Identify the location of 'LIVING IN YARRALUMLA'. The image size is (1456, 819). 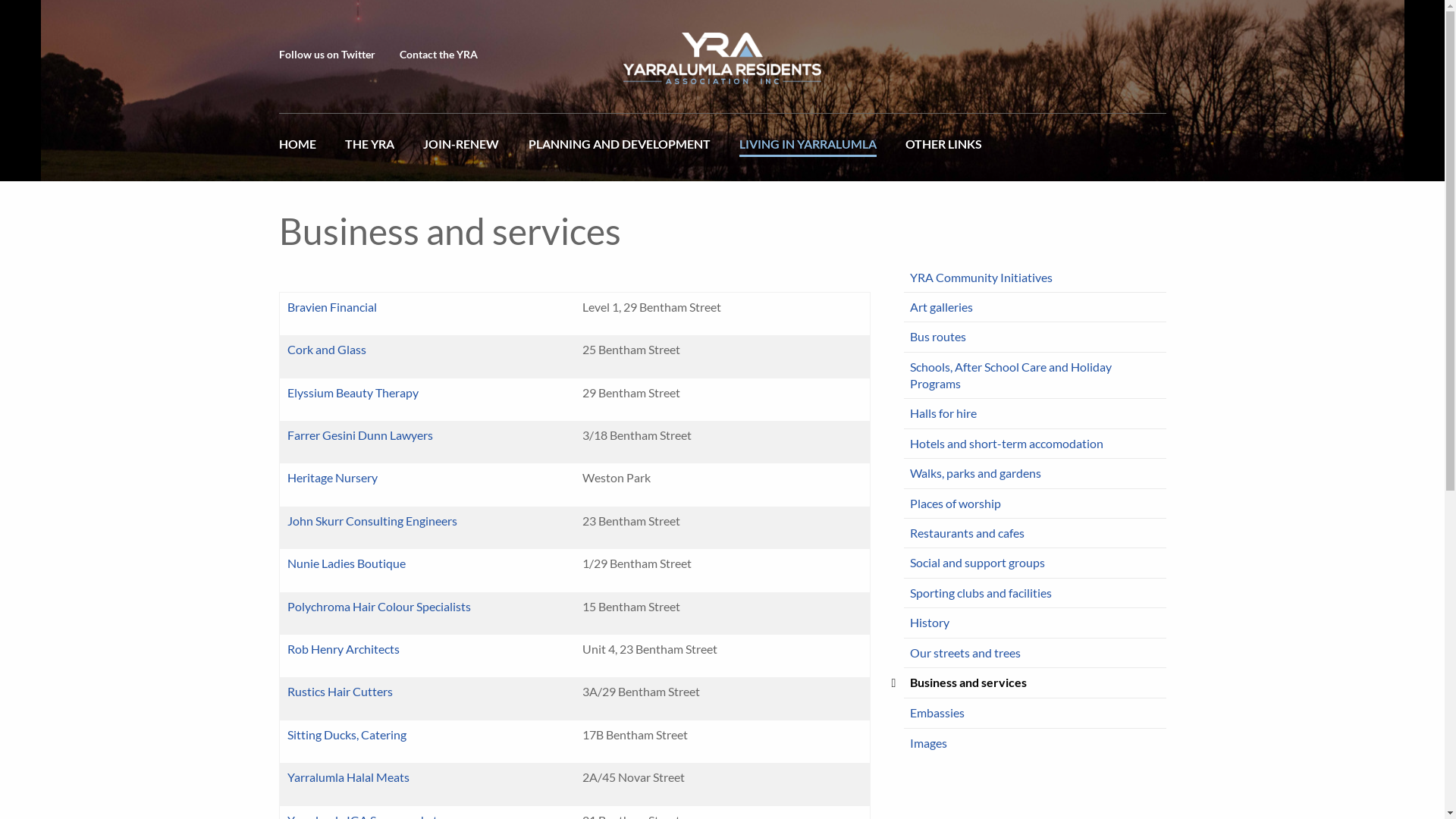
(807, 147).